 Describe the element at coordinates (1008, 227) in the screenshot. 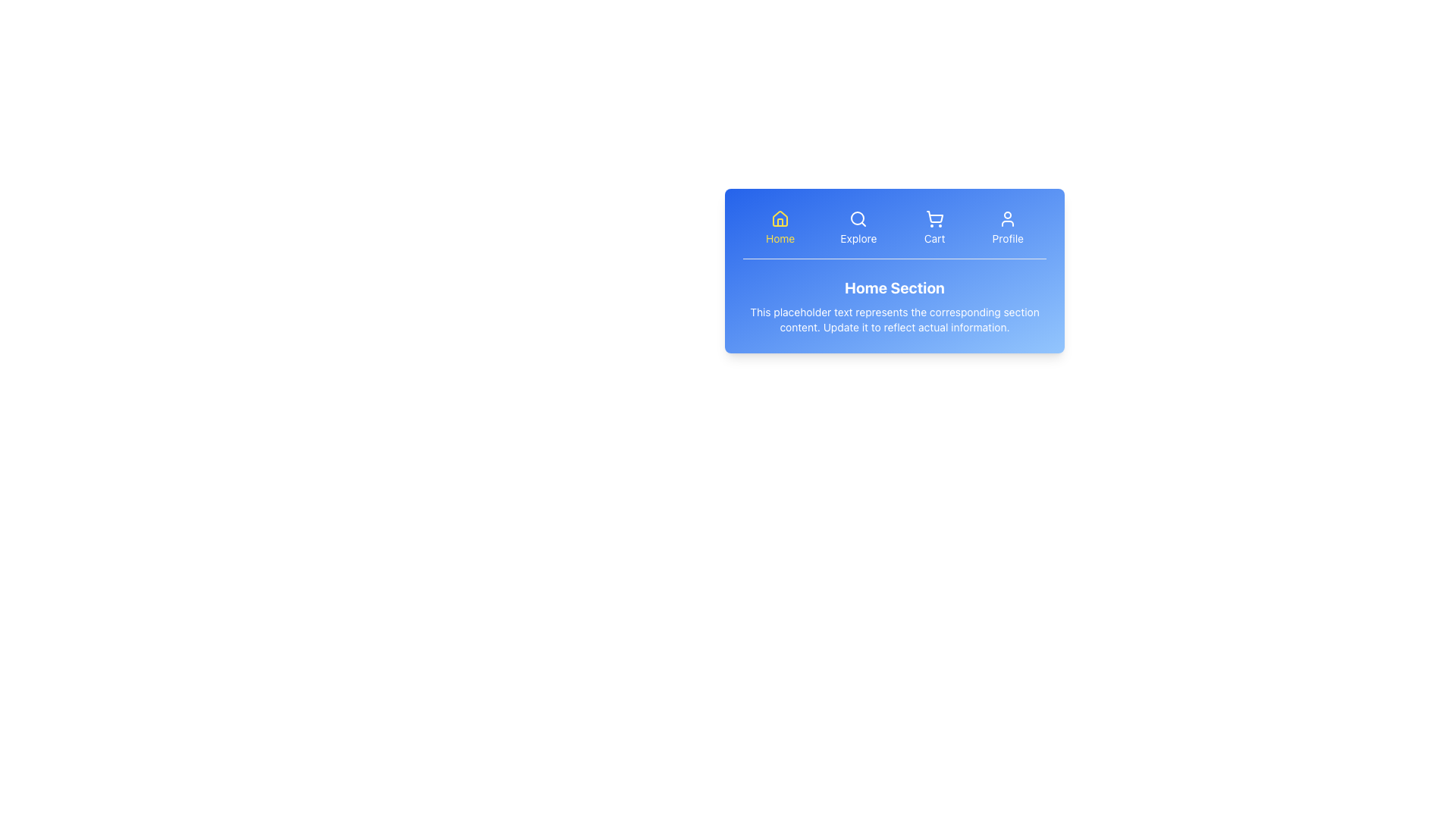

I see `the fourth button in the horizontal navigation bar` at that location.